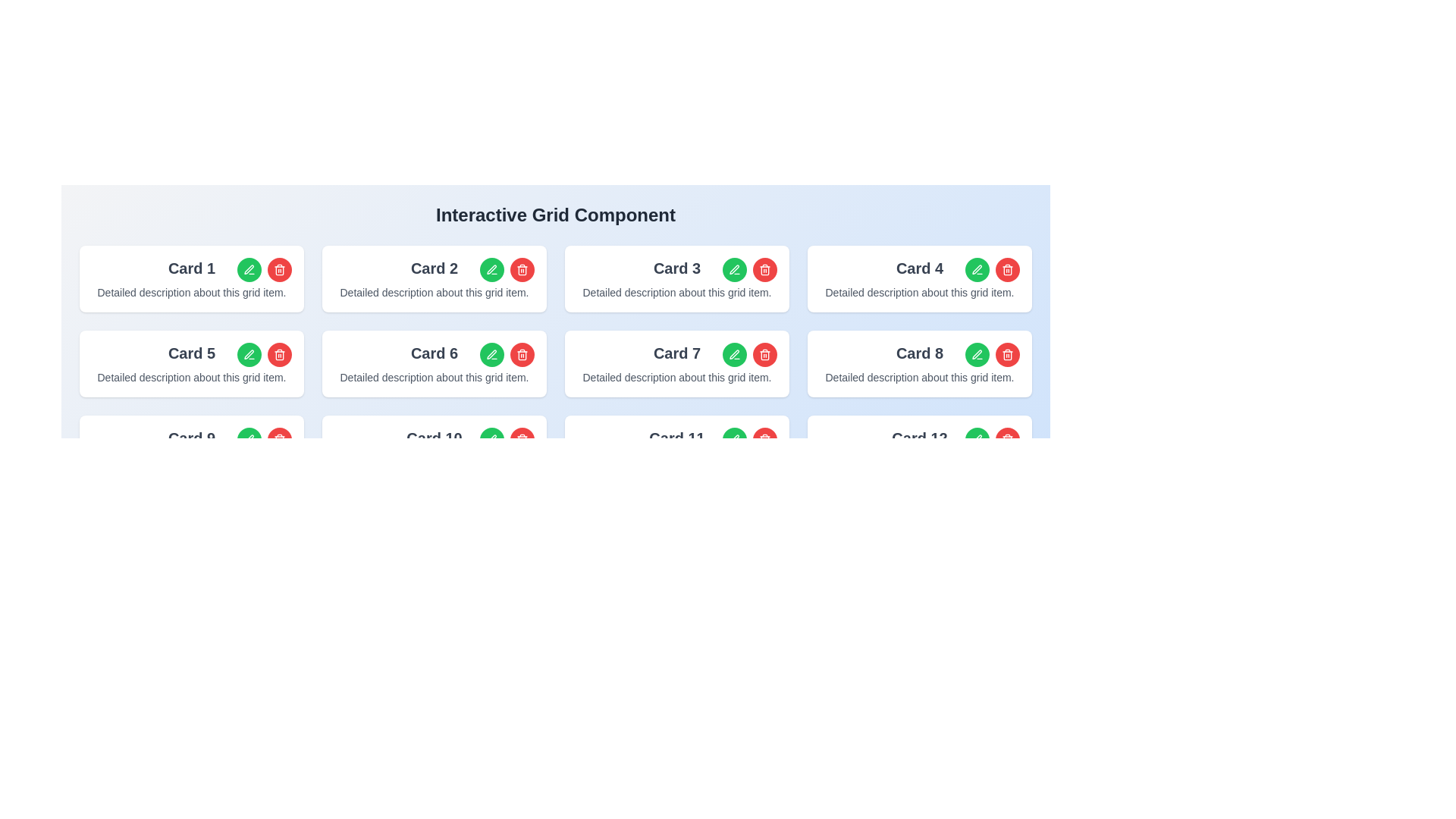  Describe the element at coordinates (522, 270) in the screenshot. I see `the trash can body element in the SVG that symbolizes delete functionality, located in the top-right corner of 'Card 6'` at that location.